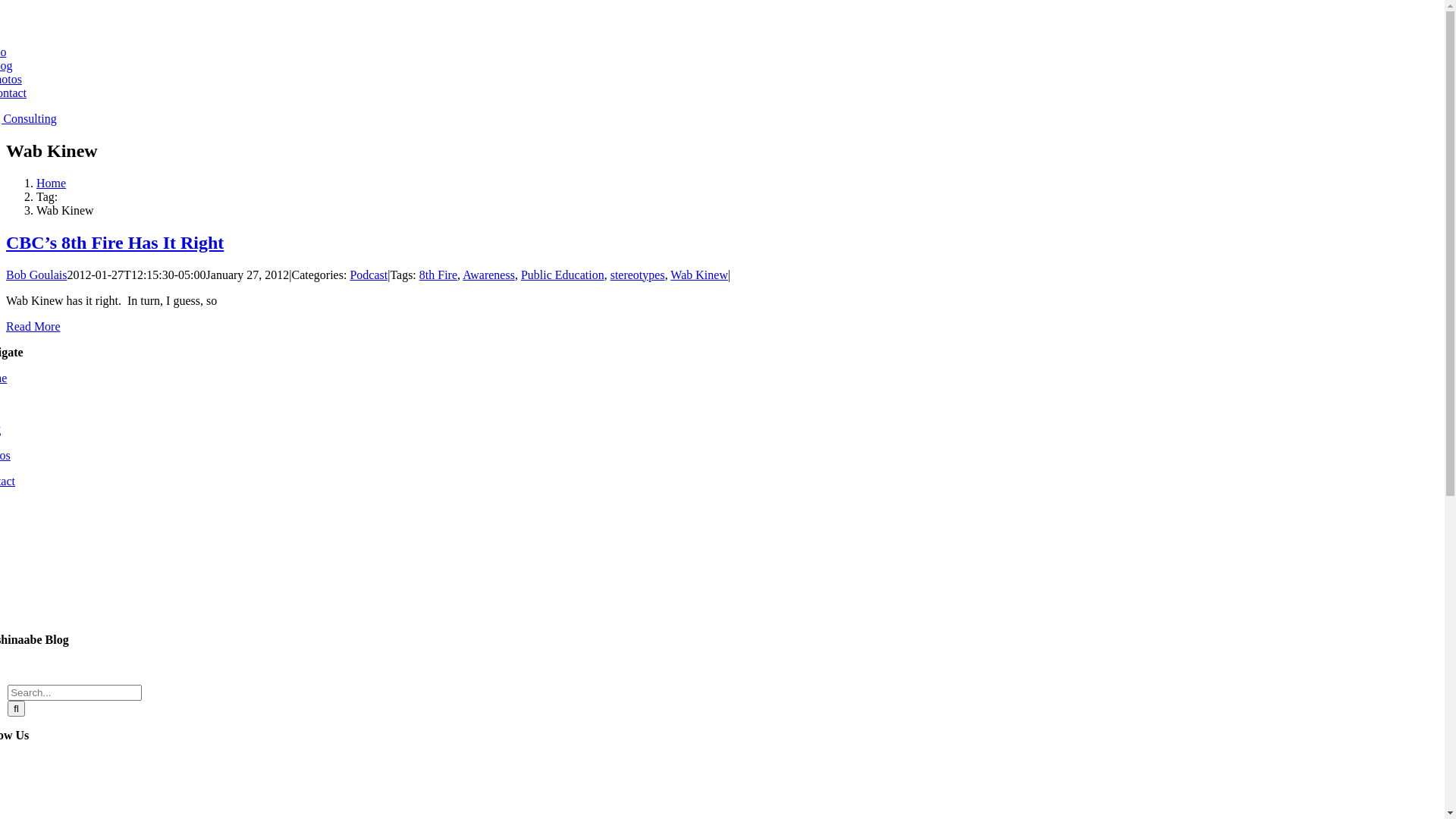 The width and height of the screenshot is (1456, 819). I want to click on 'Bob Goulais', so click(36, 275).